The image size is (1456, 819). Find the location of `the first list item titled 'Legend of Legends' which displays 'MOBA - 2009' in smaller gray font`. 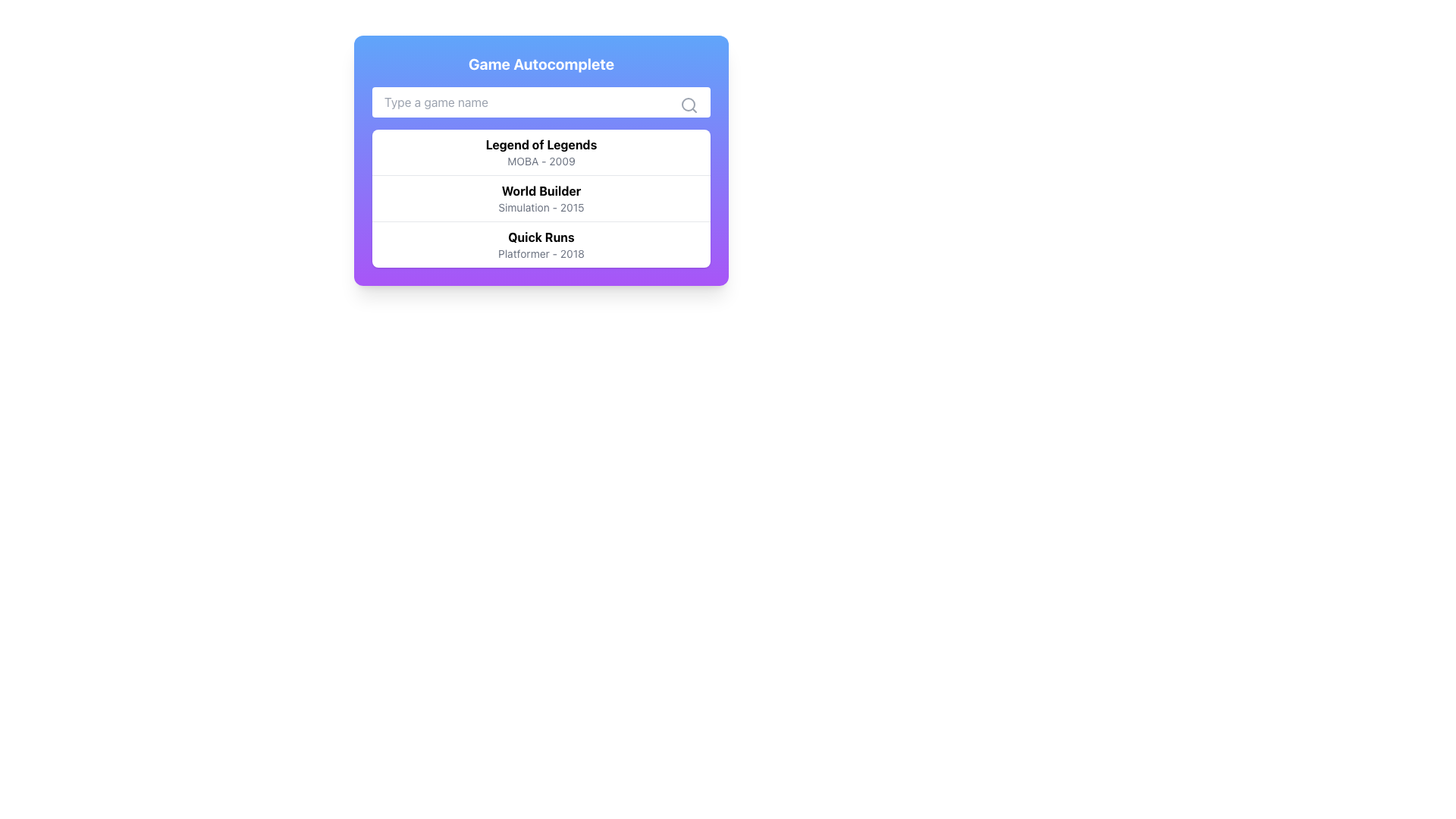

the first list item titled 'Legend of Legends' which displays 'MOBA - 2009' in smaller gray font is located at coordinates (541, 152).